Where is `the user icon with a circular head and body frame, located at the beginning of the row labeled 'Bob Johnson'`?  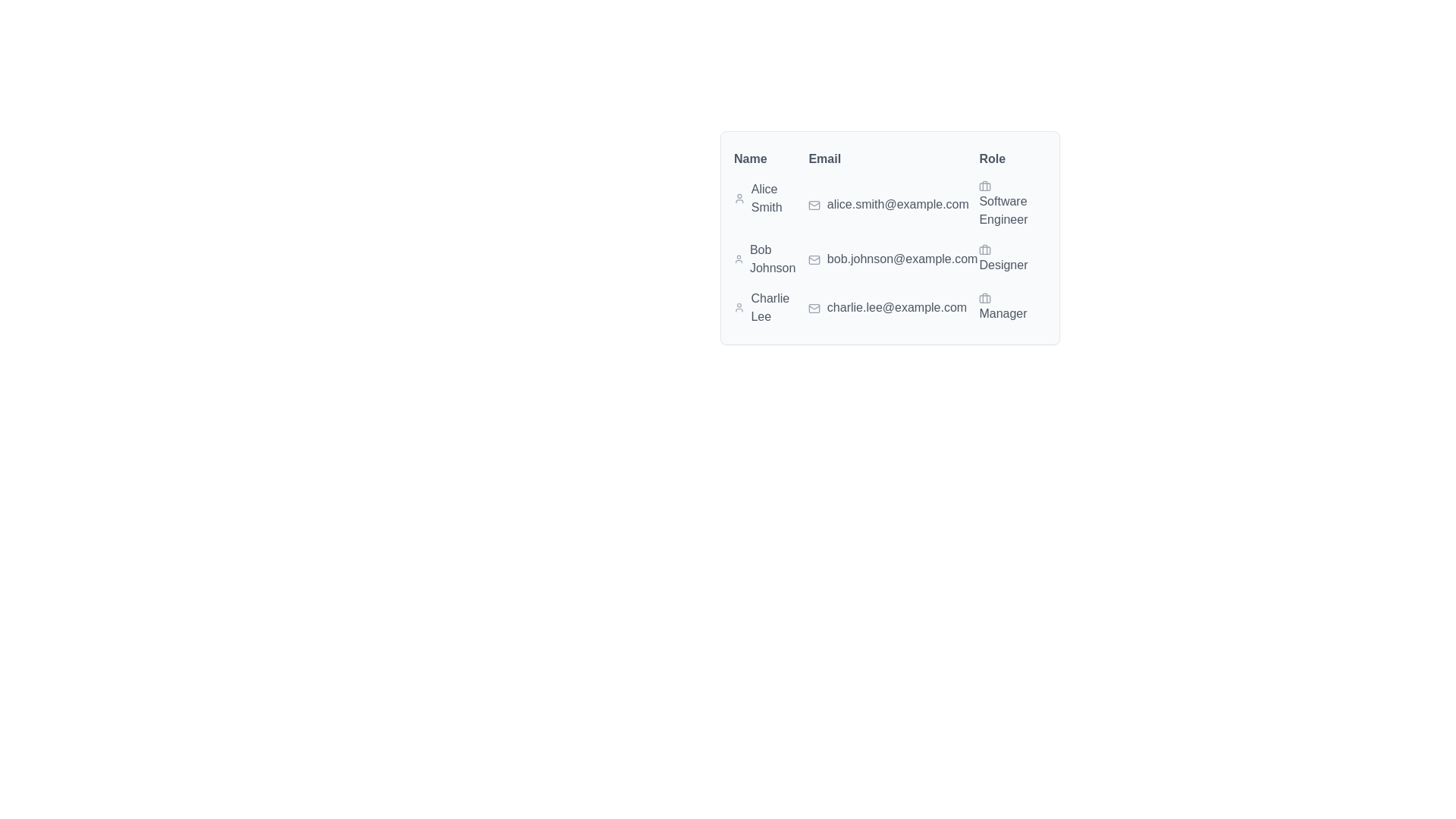 the user icon with a circular head and body frame, located at the beginning of the row labeled 'Bob Johnson' is located at coordinates (739, 259).